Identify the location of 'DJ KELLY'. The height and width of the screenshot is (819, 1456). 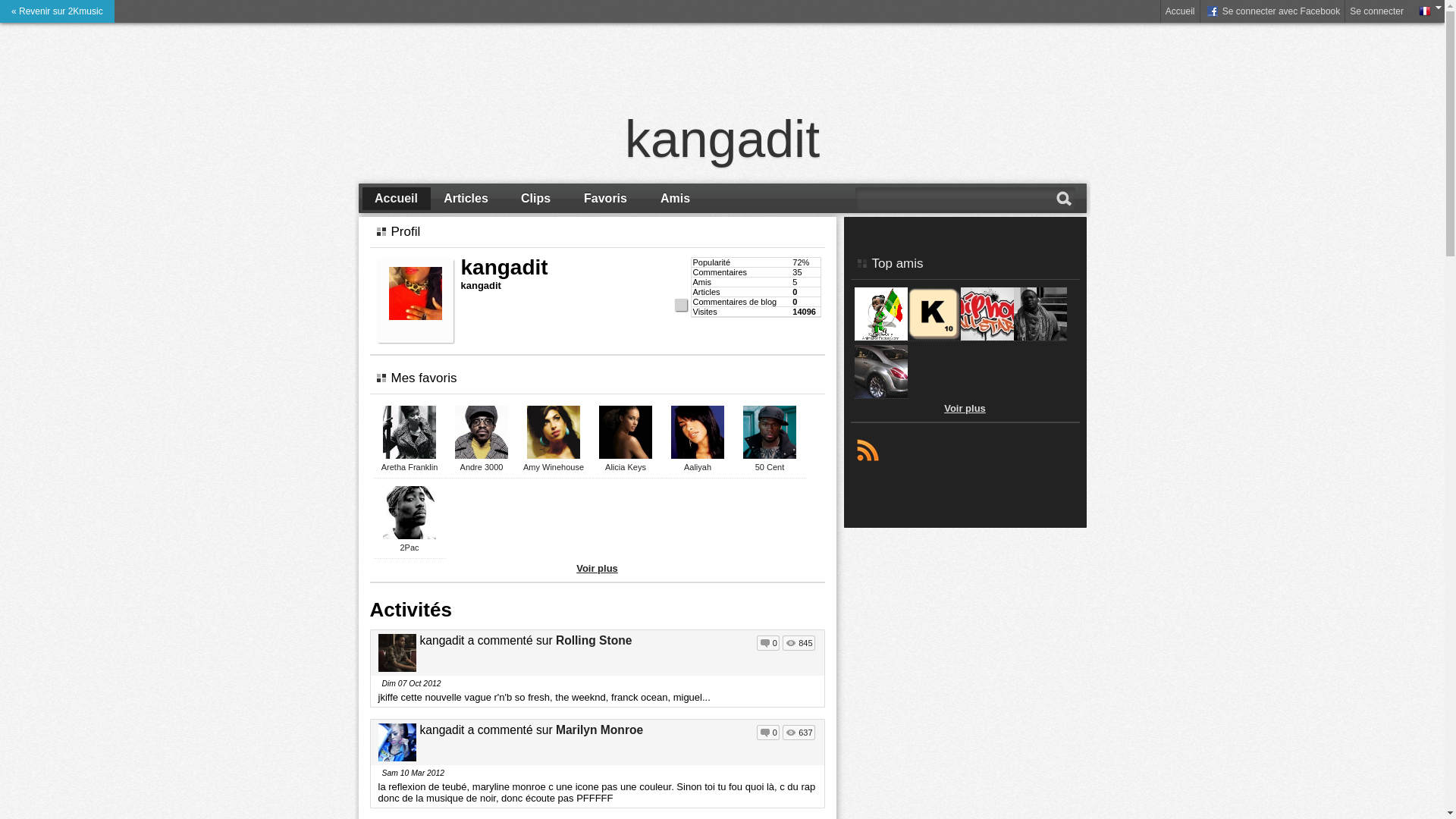
(880, 337).